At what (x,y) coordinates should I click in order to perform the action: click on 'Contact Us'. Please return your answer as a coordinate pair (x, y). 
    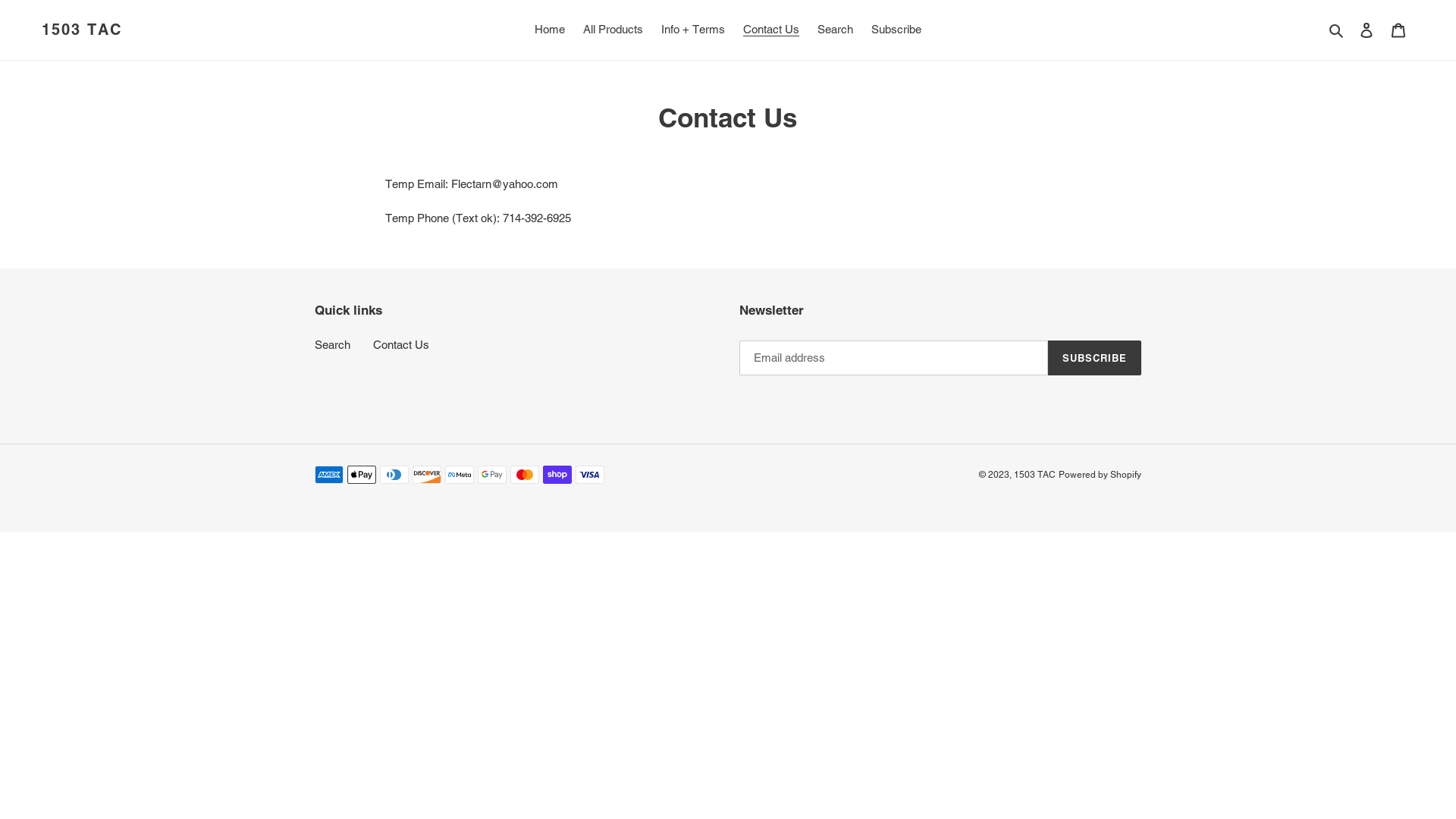
    Looking at the image, I should click on (771, 30).